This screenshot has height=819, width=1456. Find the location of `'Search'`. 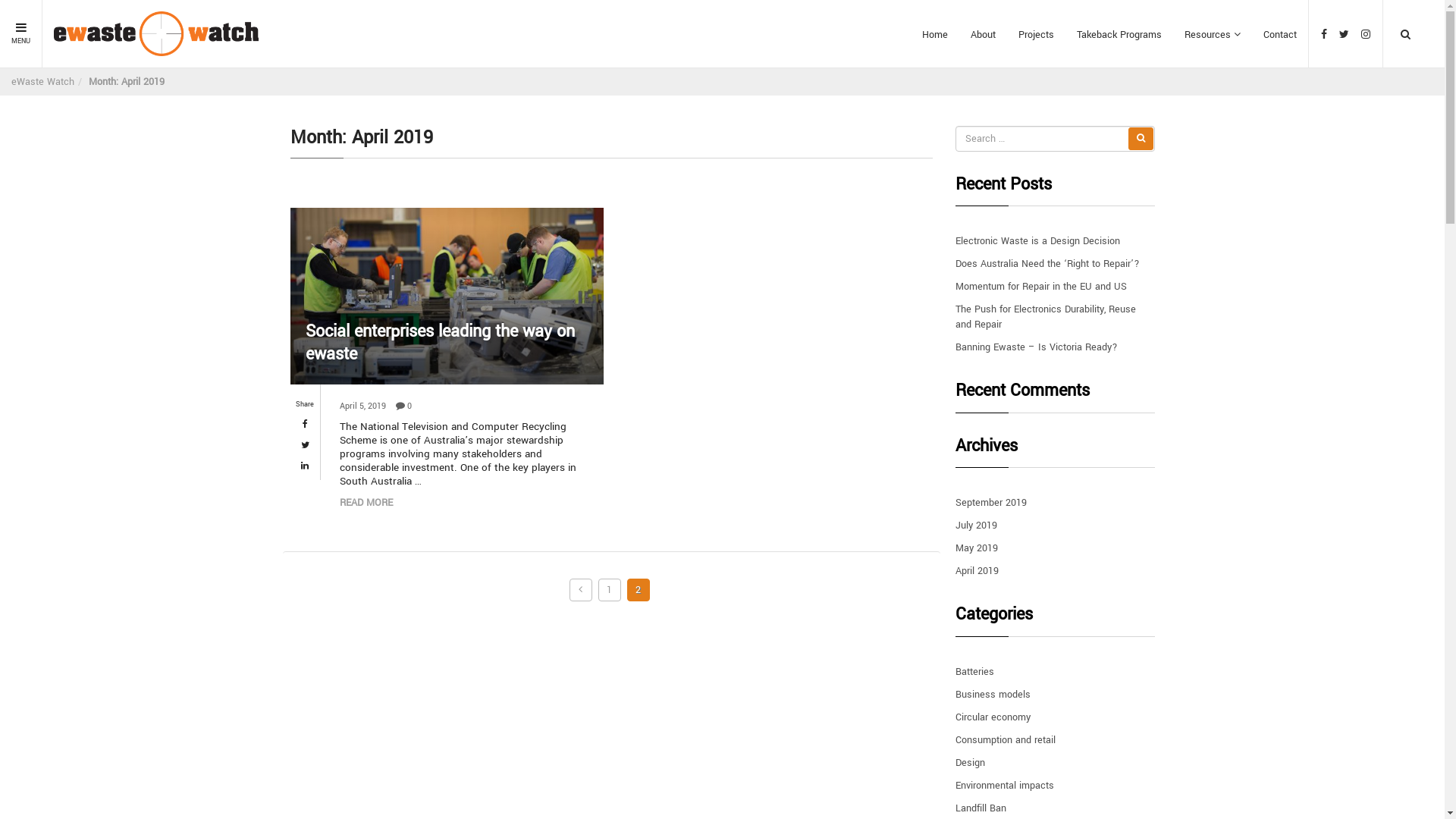

'Search' is located at coordinates (1365, 70).